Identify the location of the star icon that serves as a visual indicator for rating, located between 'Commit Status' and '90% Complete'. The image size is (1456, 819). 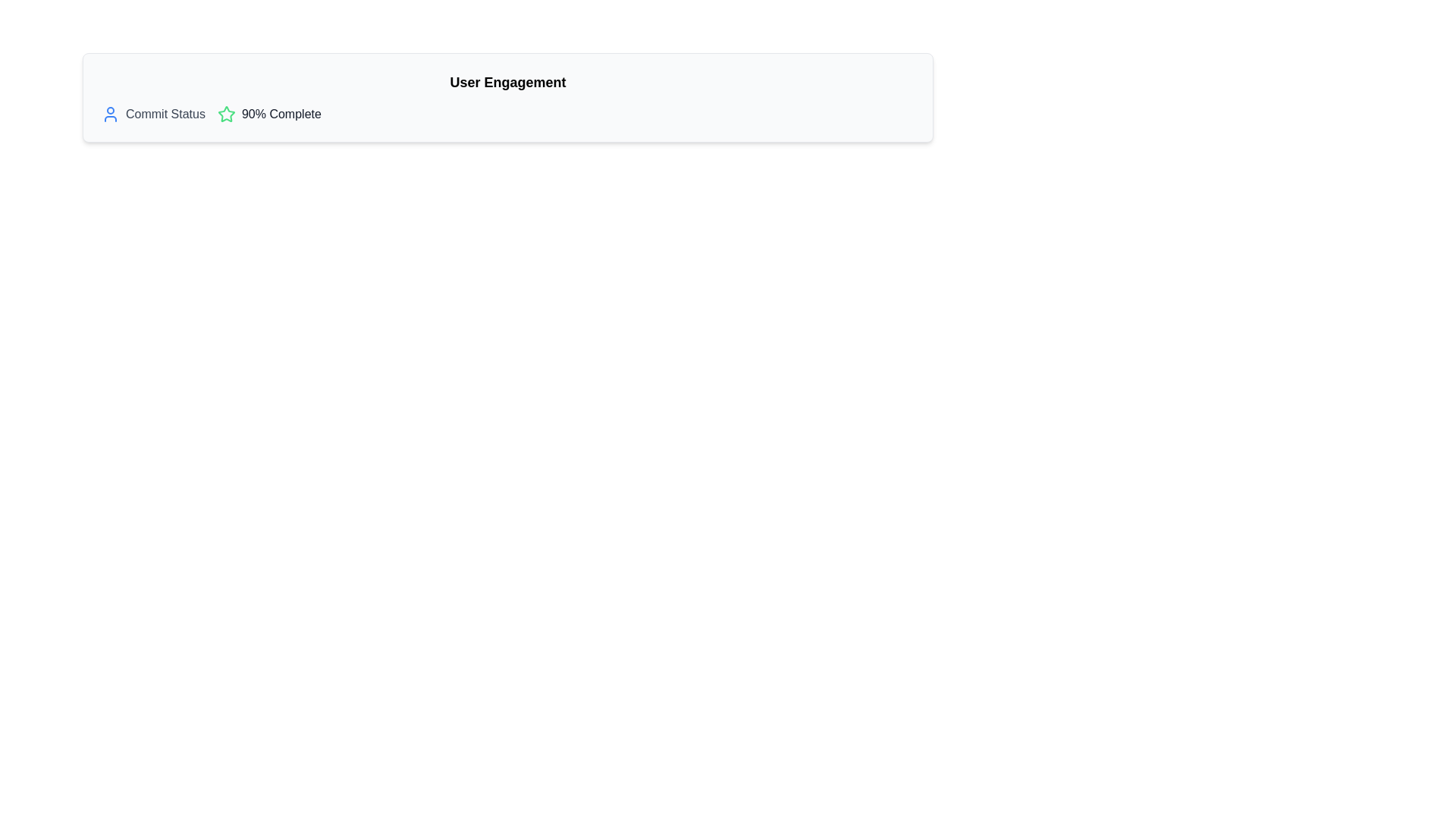
(225, 113).